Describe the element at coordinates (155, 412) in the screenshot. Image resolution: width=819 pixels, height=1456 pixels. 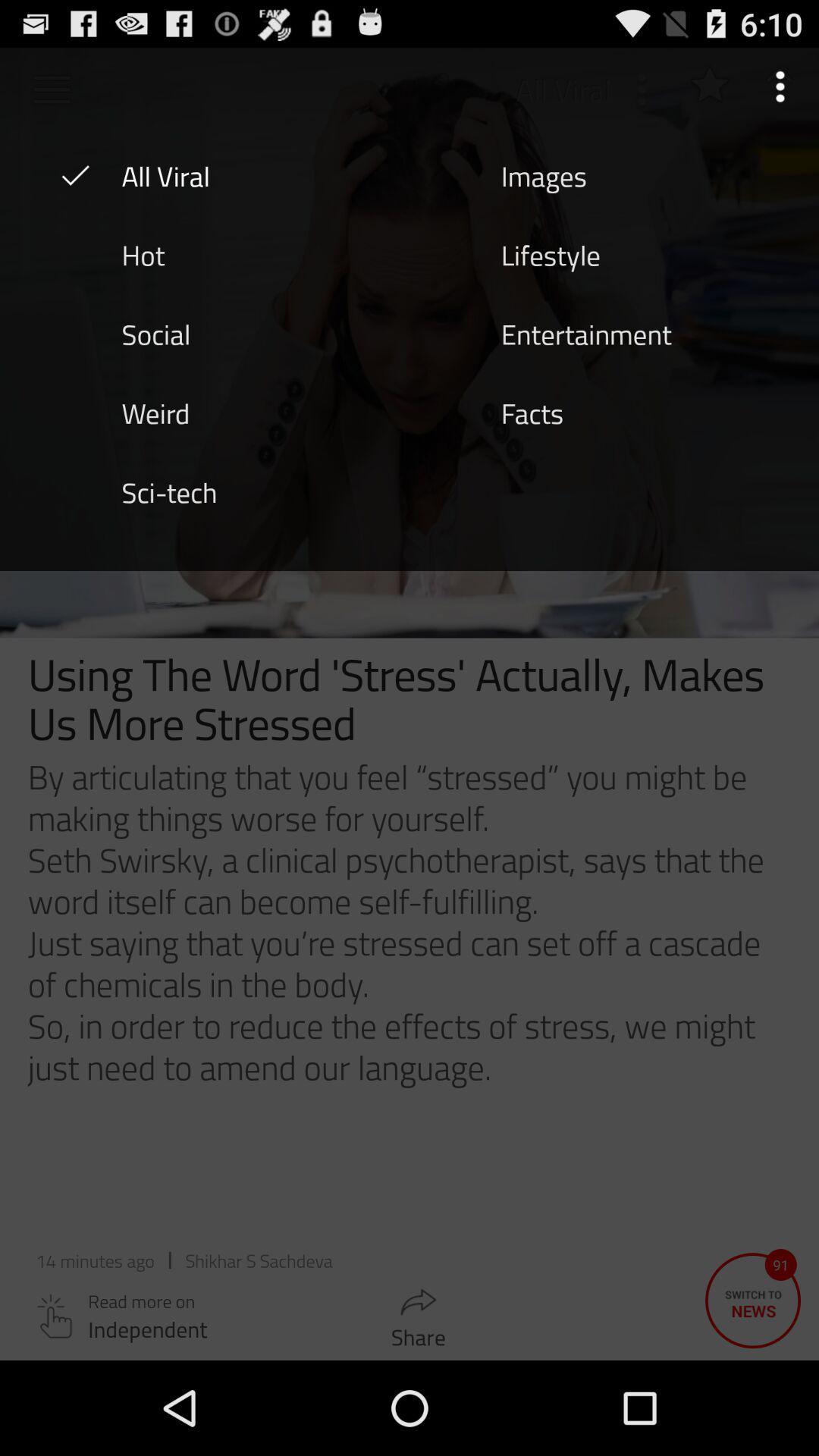
I see `item below social item` at that location.